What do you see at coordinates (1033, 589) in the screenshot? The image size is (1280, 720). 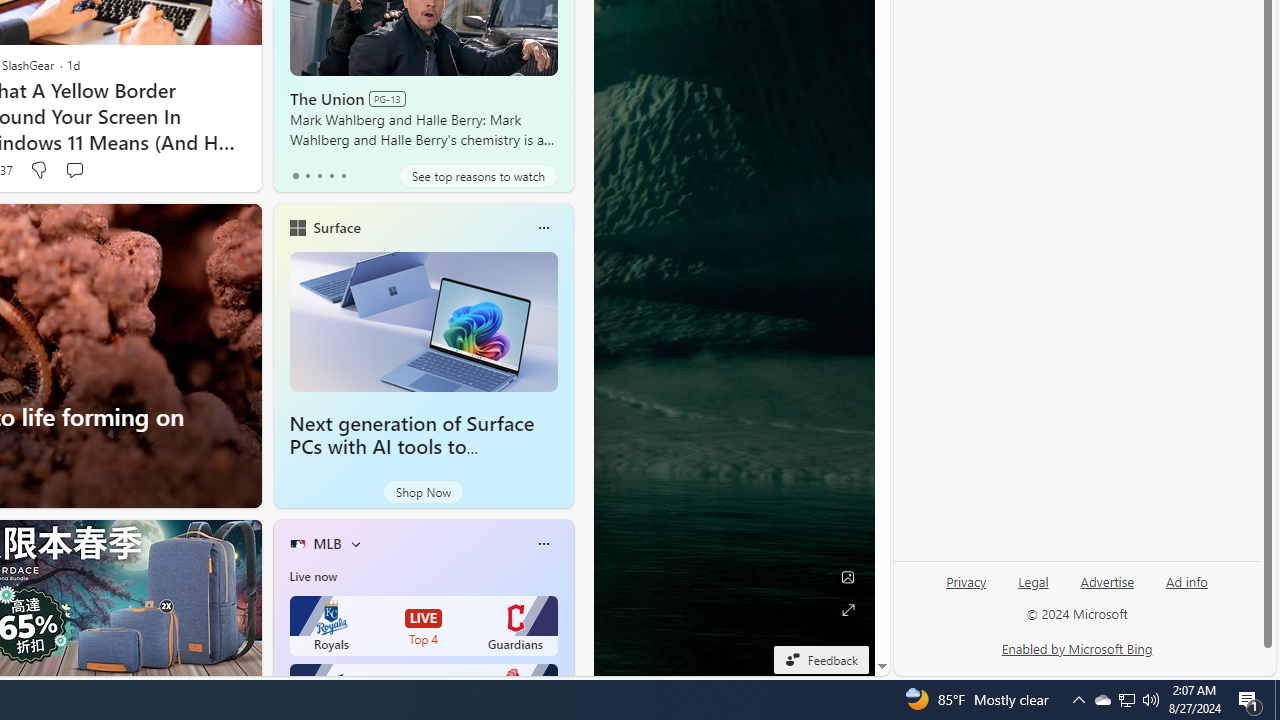 I see `'Legal'` at bounding box center [1033, 589].